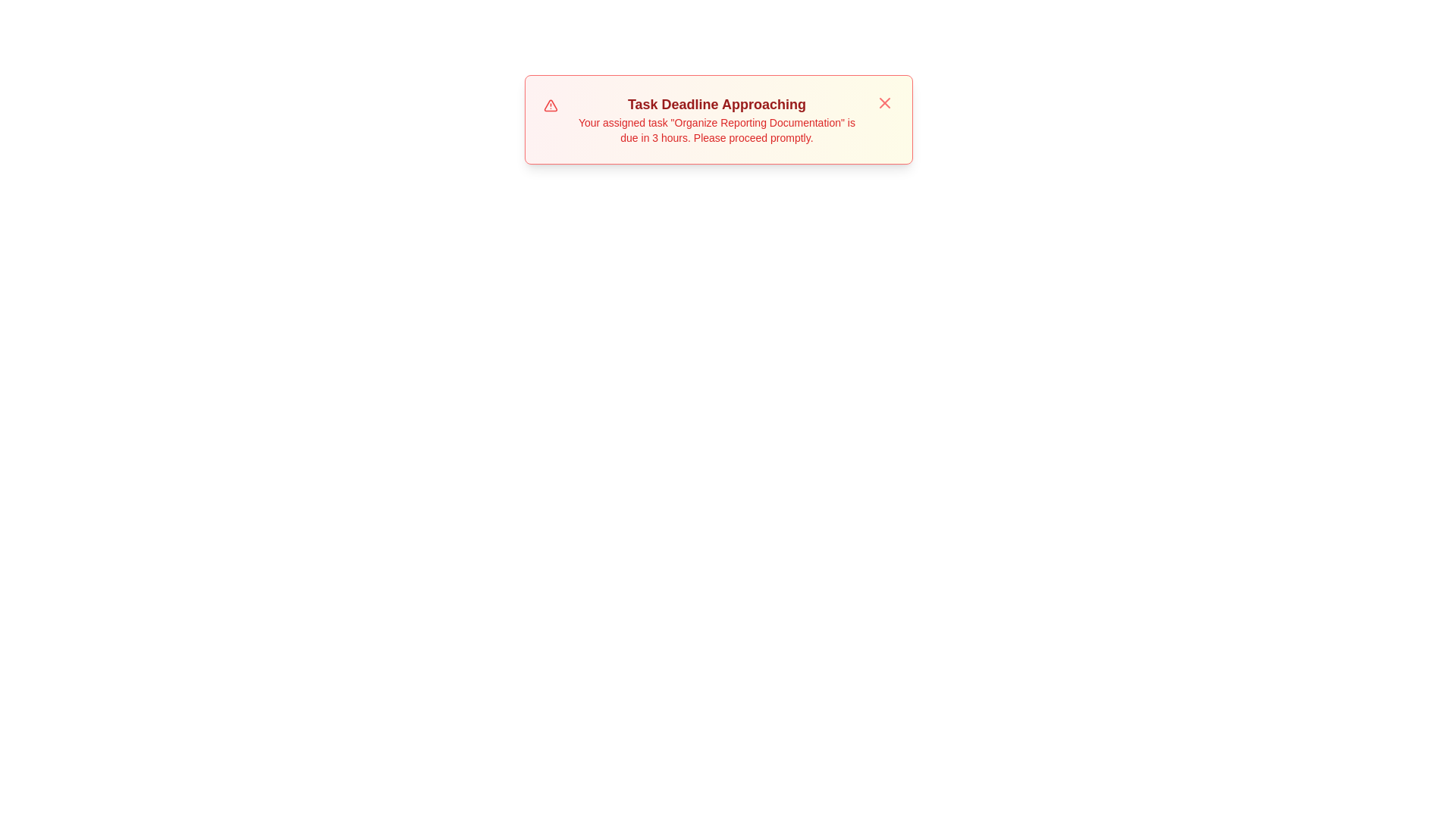 Image resolution: width=1456 pixels, height=819 pixels. What do you see at coordinates (550, 105) in the screenshot?
I see `the red outlined triangular warning icon with a red alert symbol, positioned next to the 'Task Deadline Approaching' heading` at bounding box center [550, 105].